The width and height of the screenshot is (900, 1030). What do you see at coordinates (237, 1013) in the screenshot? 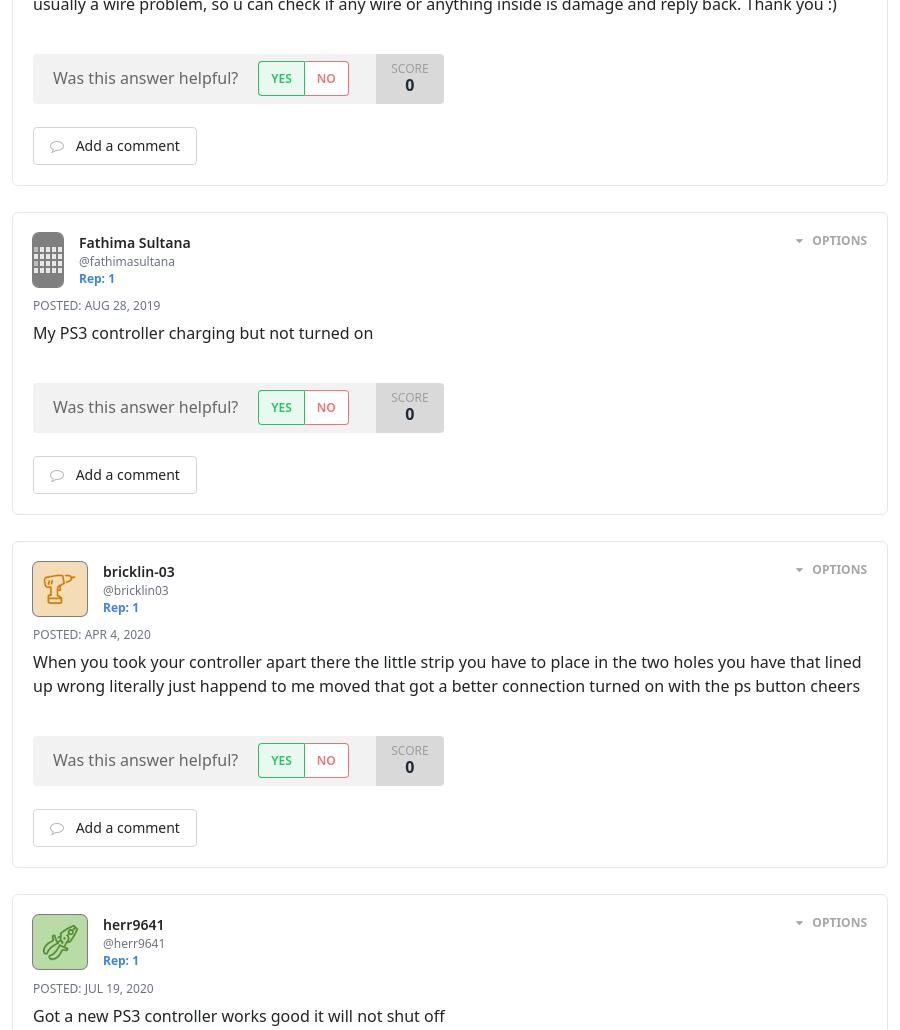
I see `'Got a new PS3 controller works good it will not shut off'` at bounding box center [237, 1013].